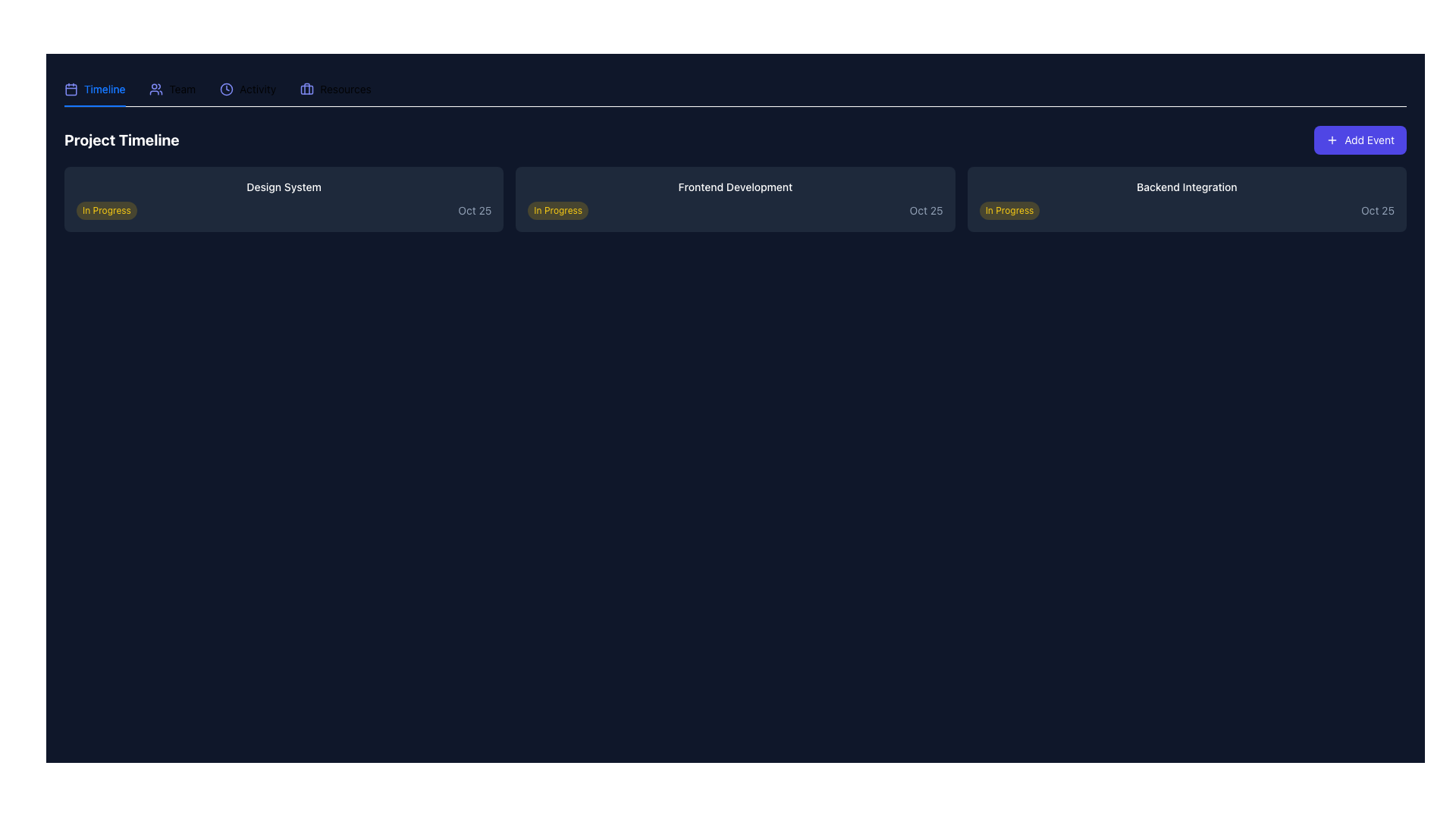 This screenshot has height=819, width=1456. I want to click on the 'Team' navigation tab icon located in the top navigation bar, which is positioned directly to the left of the 'Team' label and to the right of the 'Timeline' tab, so click(156, 89).